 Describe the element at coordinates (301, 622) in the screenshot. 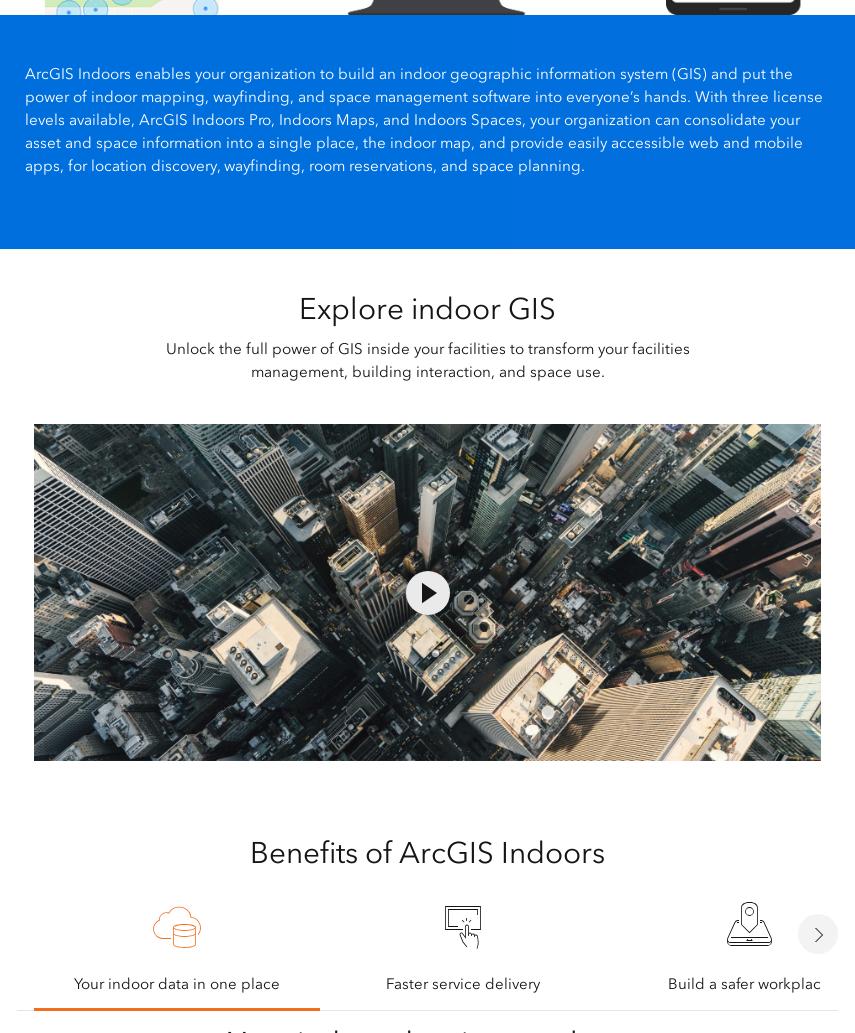

I see `'Special Programs'` at that location.